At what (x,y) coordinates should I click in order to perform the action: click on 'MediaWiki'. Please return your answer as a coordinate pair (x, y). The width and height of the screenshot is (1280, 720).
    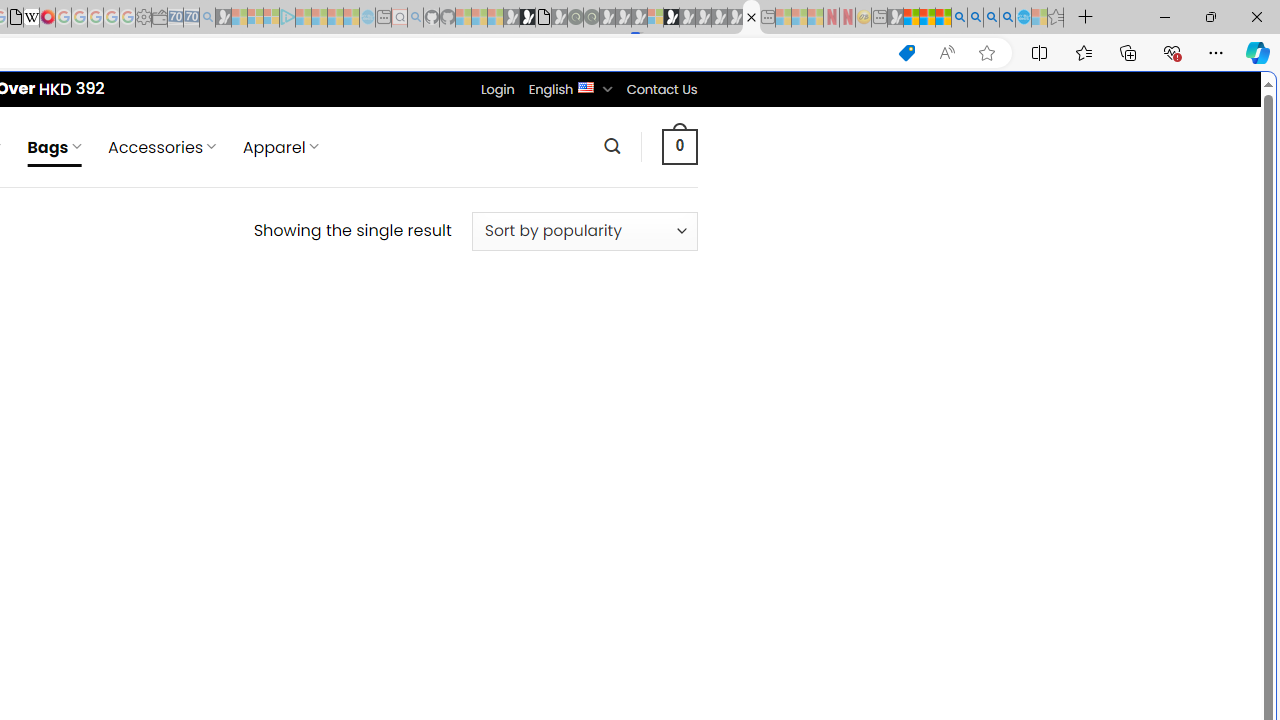
    Looking at the image, I should click on (47, 17).